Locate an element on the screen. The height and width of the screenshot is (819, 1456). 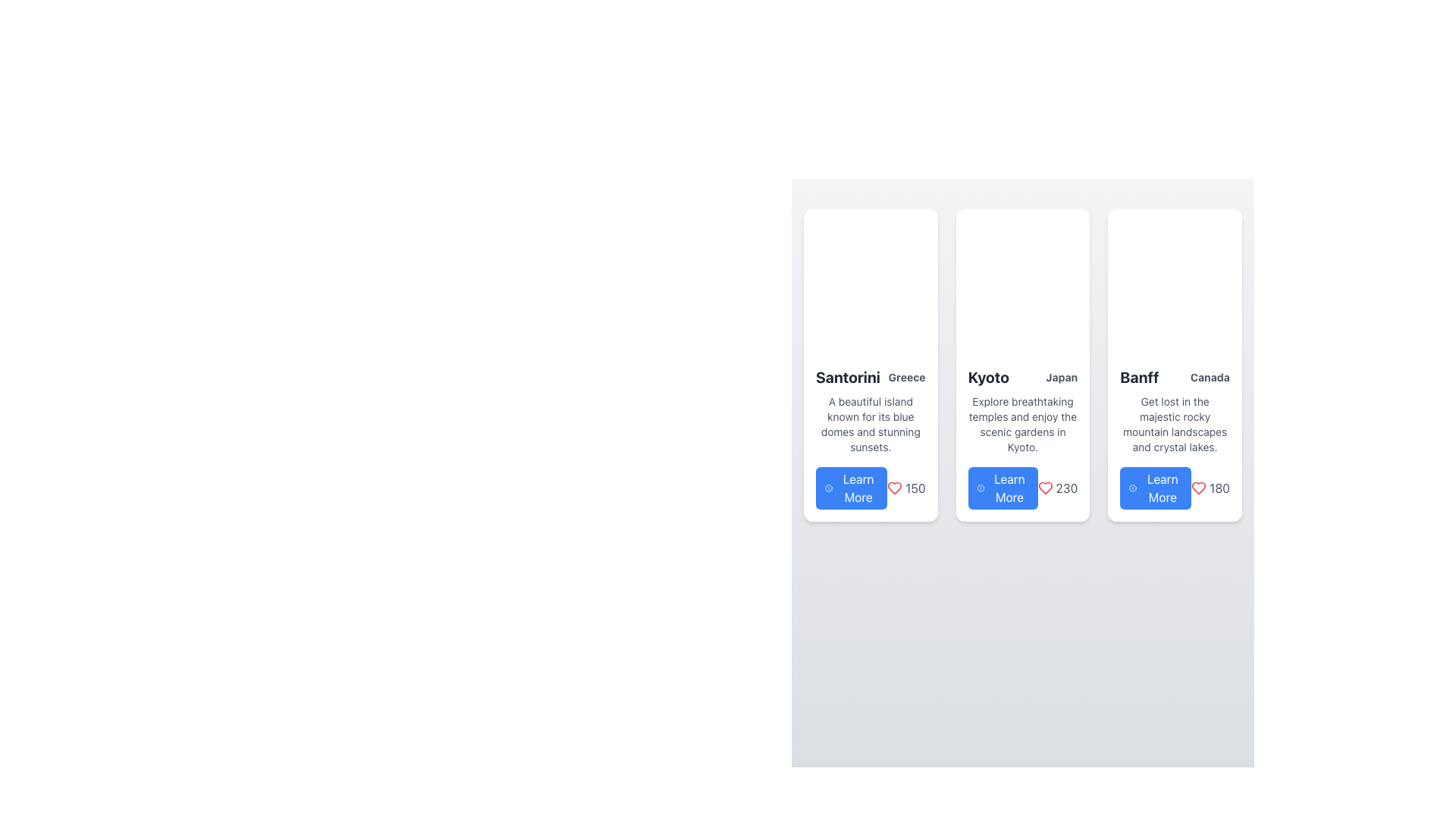
the heart icon button for 'liking' or marking content as favorite, located in the bottom-right corner of the 'Santorini Greece' card is located at coordinates (895, 488).